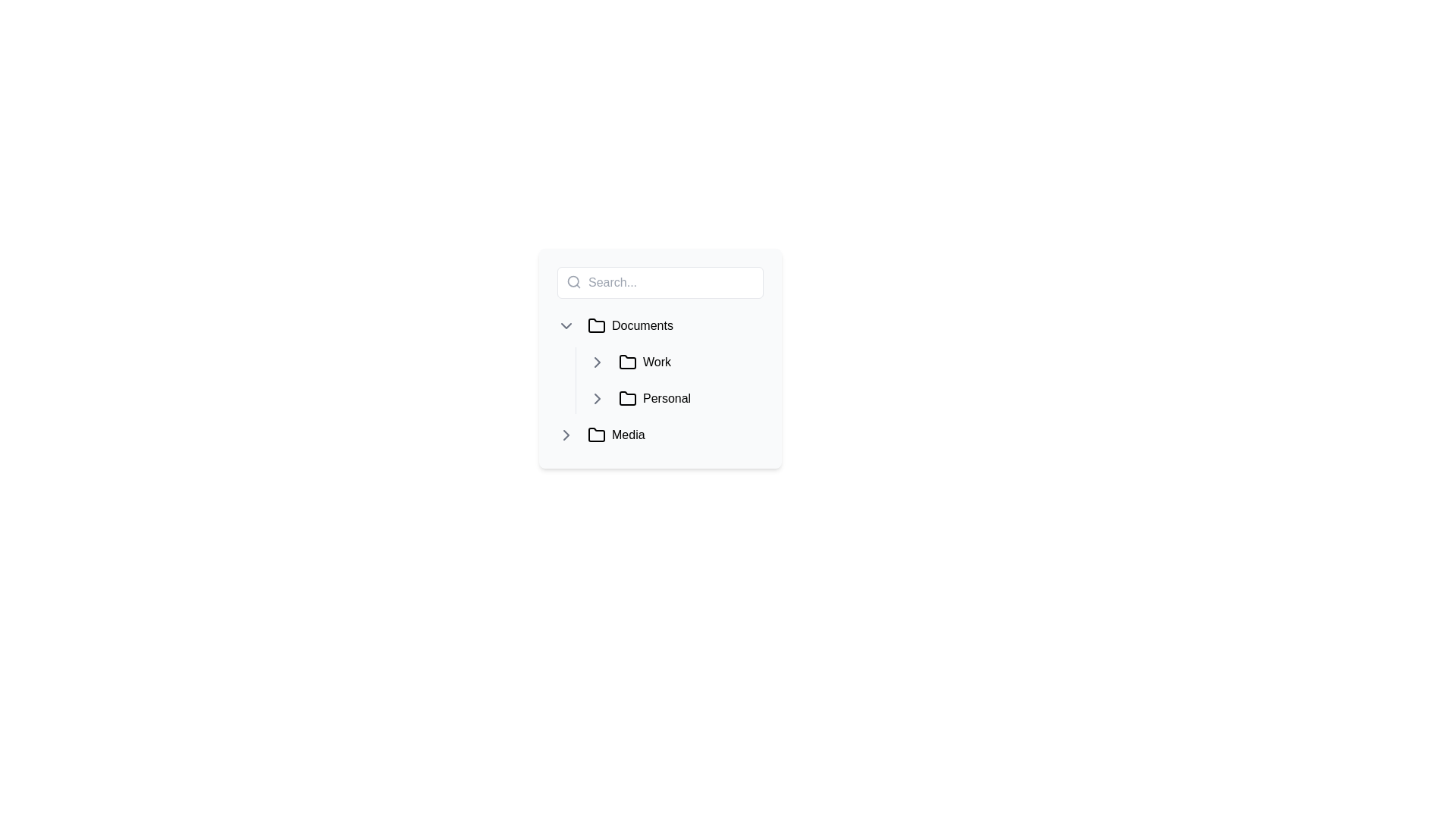 This screenshot has height=819, width=1456. What do you see at coordinates (596, 397) in the screenshot?
I see `the right-pointing arrow icon button located in the left sidebar menu next to the 'Personal' folder label` at bounding box center [596, 397].